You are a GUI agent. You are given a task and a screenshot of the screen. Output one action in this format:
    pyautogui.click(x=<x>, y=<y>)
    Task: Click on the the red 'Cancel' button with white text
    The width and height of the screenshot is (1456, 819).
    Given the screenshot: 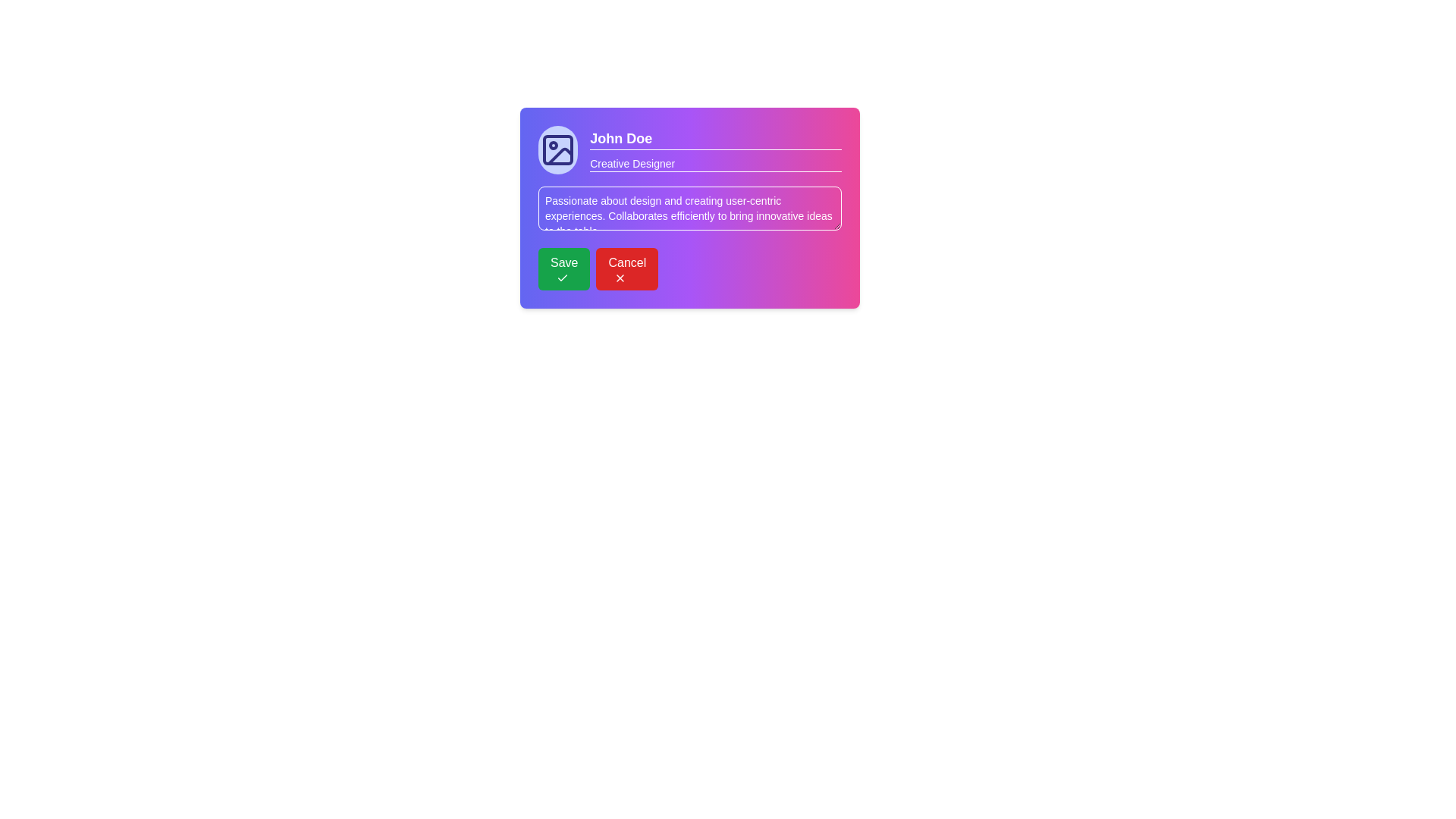 What is the action you would take?
    pyautogui.click(x=627, y=268)
    